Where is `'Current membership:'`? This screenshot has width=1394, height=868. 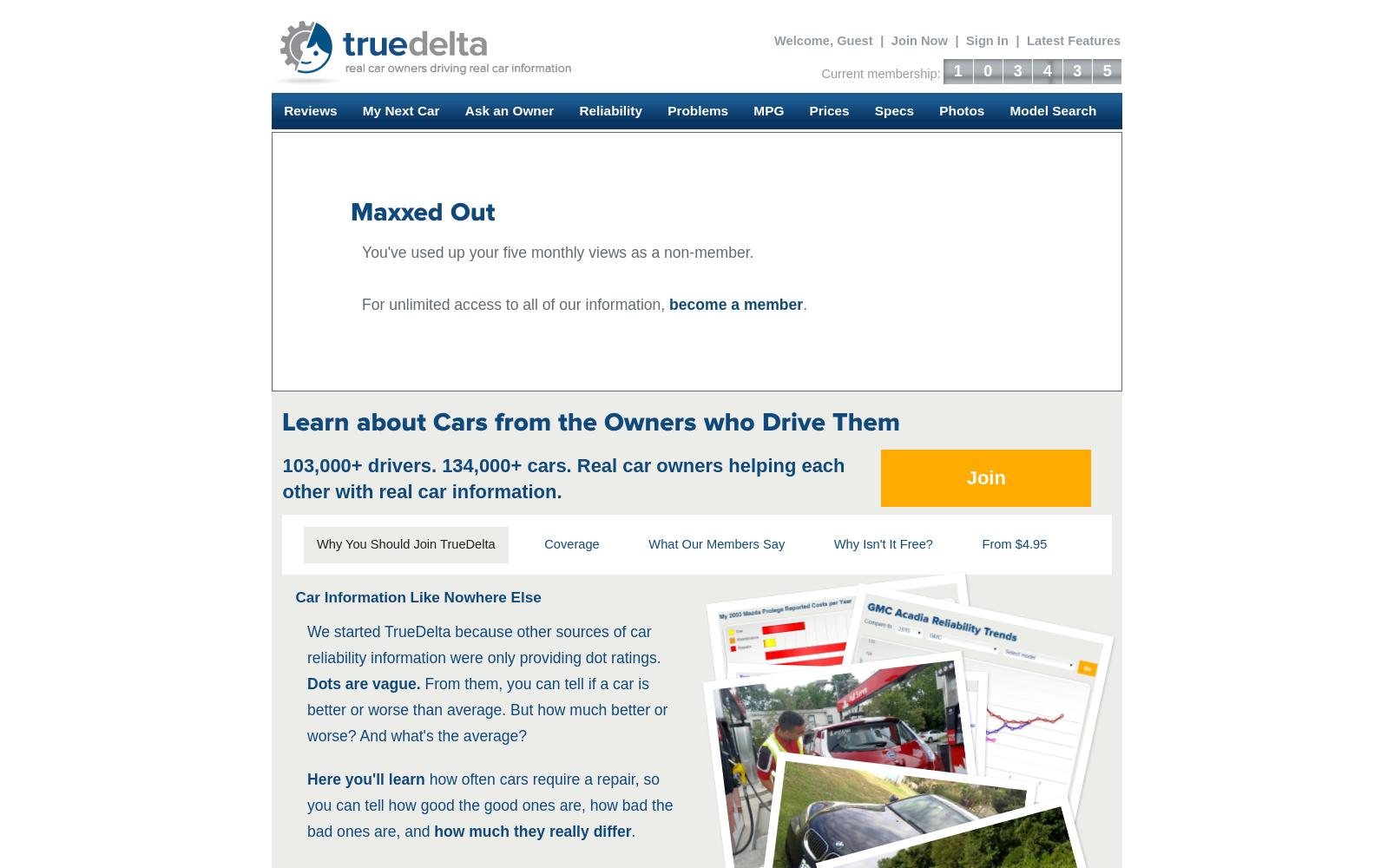
'Current membership:' is located at coordinates (820, 73).